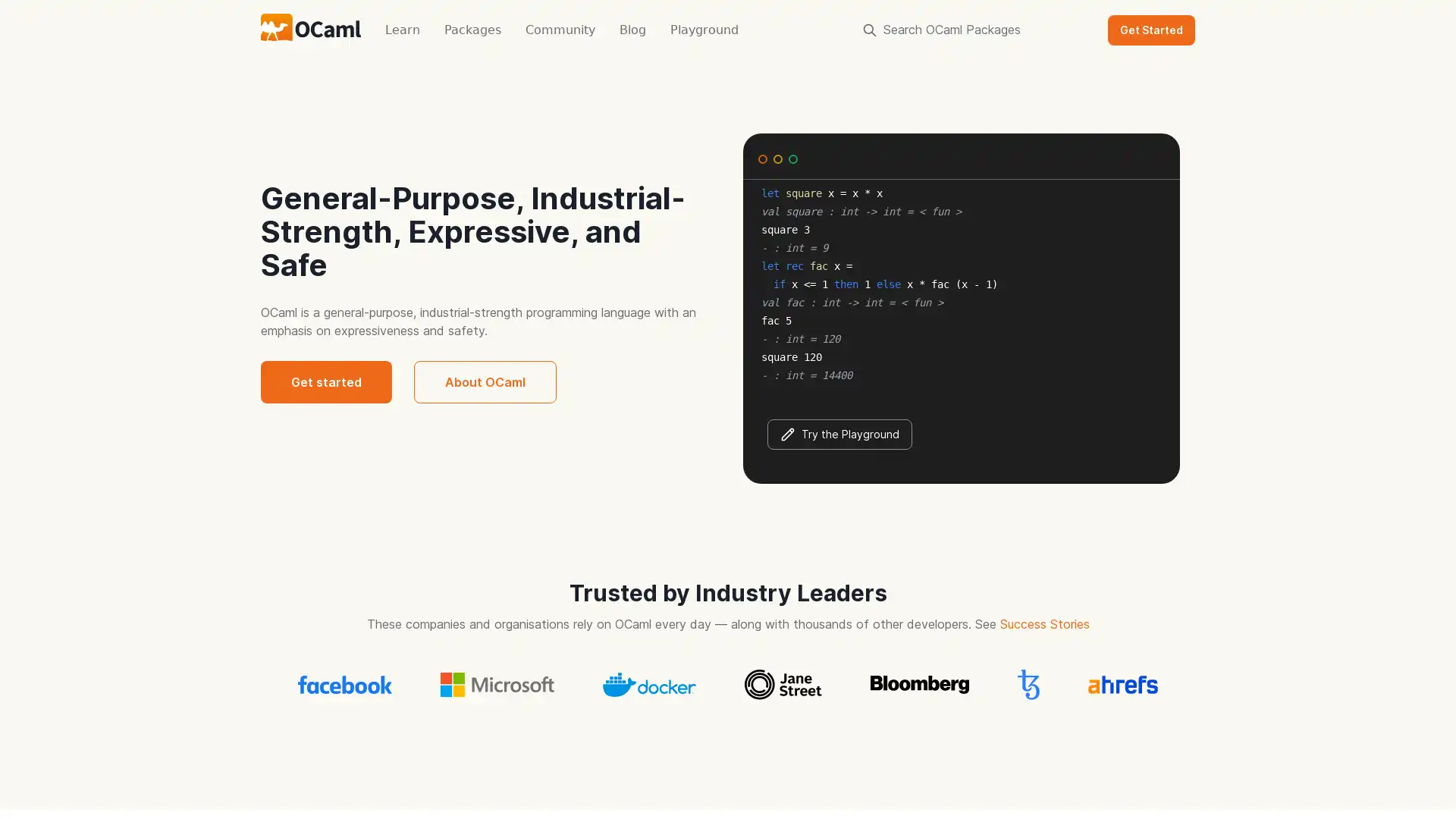  I want to click on About OCaml, so click(484, 381).